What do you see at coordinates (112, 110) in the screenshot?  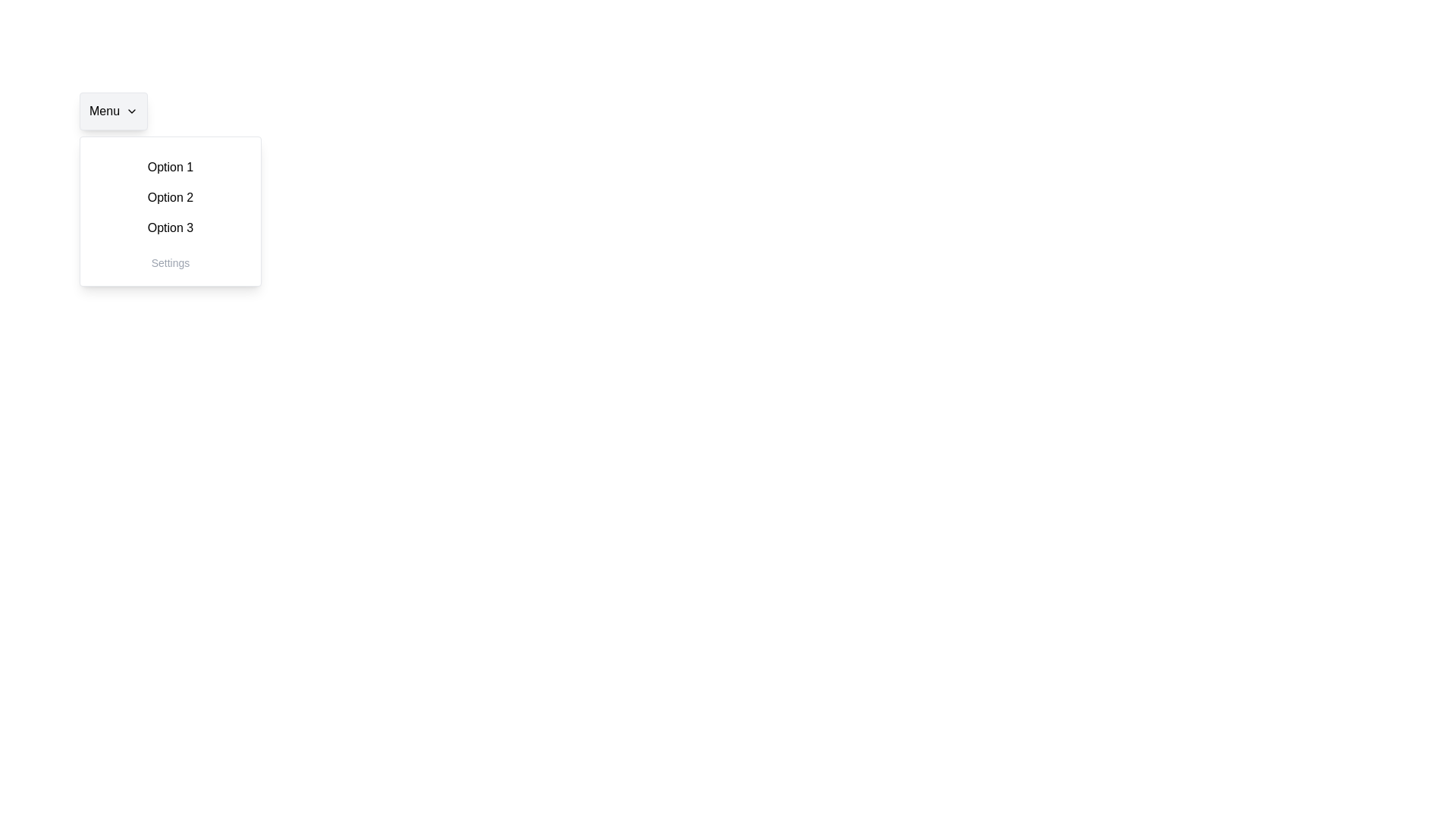 I see `the 'Menu' button, which is a rectangular button with soft rounded corners and a downward chevron, located in the top-left section of the layout` at bounding box center [112, 110].